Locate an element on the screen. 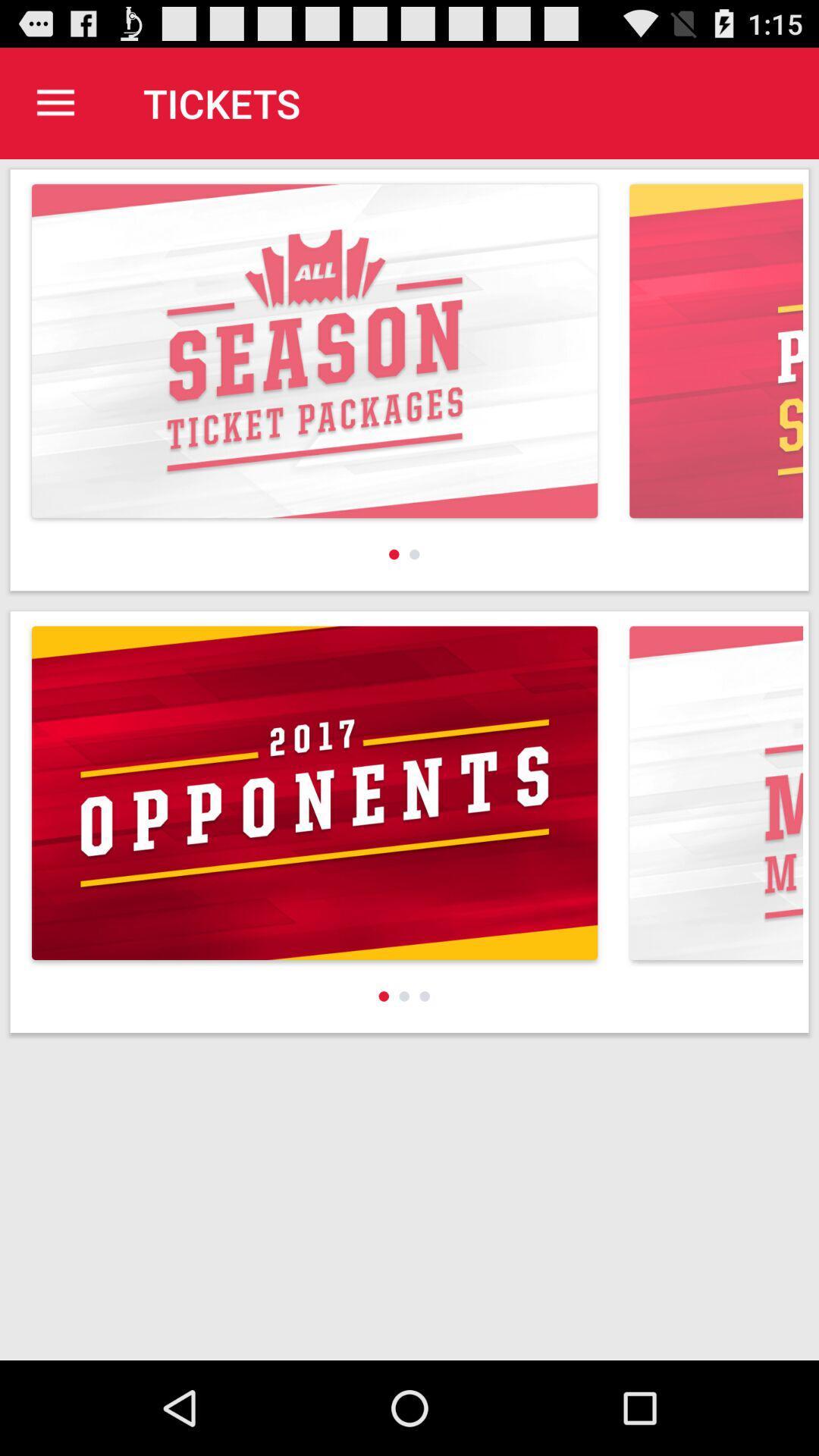 The height and width of the screenshot is (1456, 819). the second image in the page is located at coordinates (409, 821).